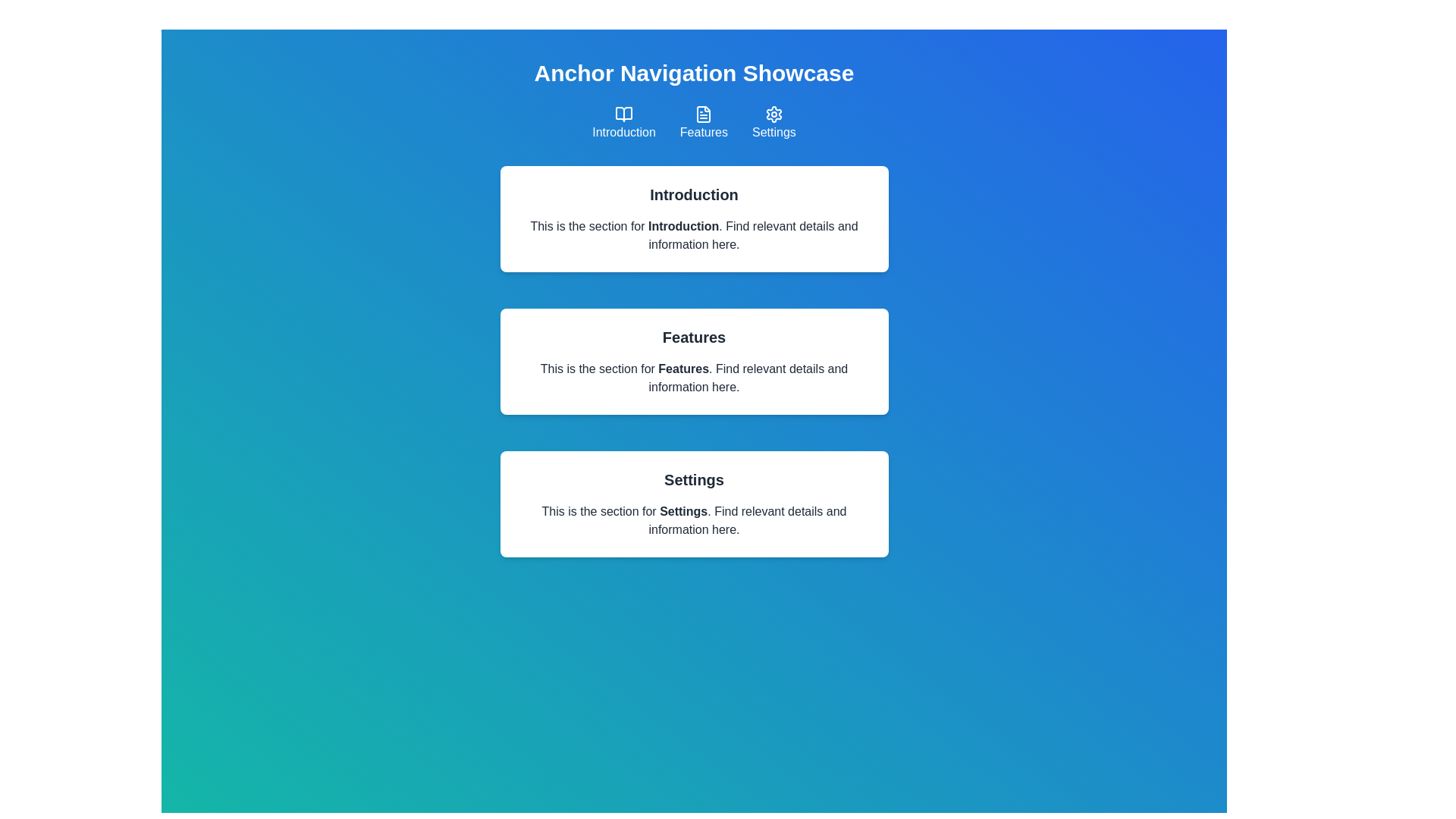 This screenshot has height=819, width=1456. What do you see at coordinates (682, 511) in the screenshot?
I see `the 'Settings' text label, which is prominently displayed in bold font within the third card below the 'Features' section` at bounding box center [682, 511].